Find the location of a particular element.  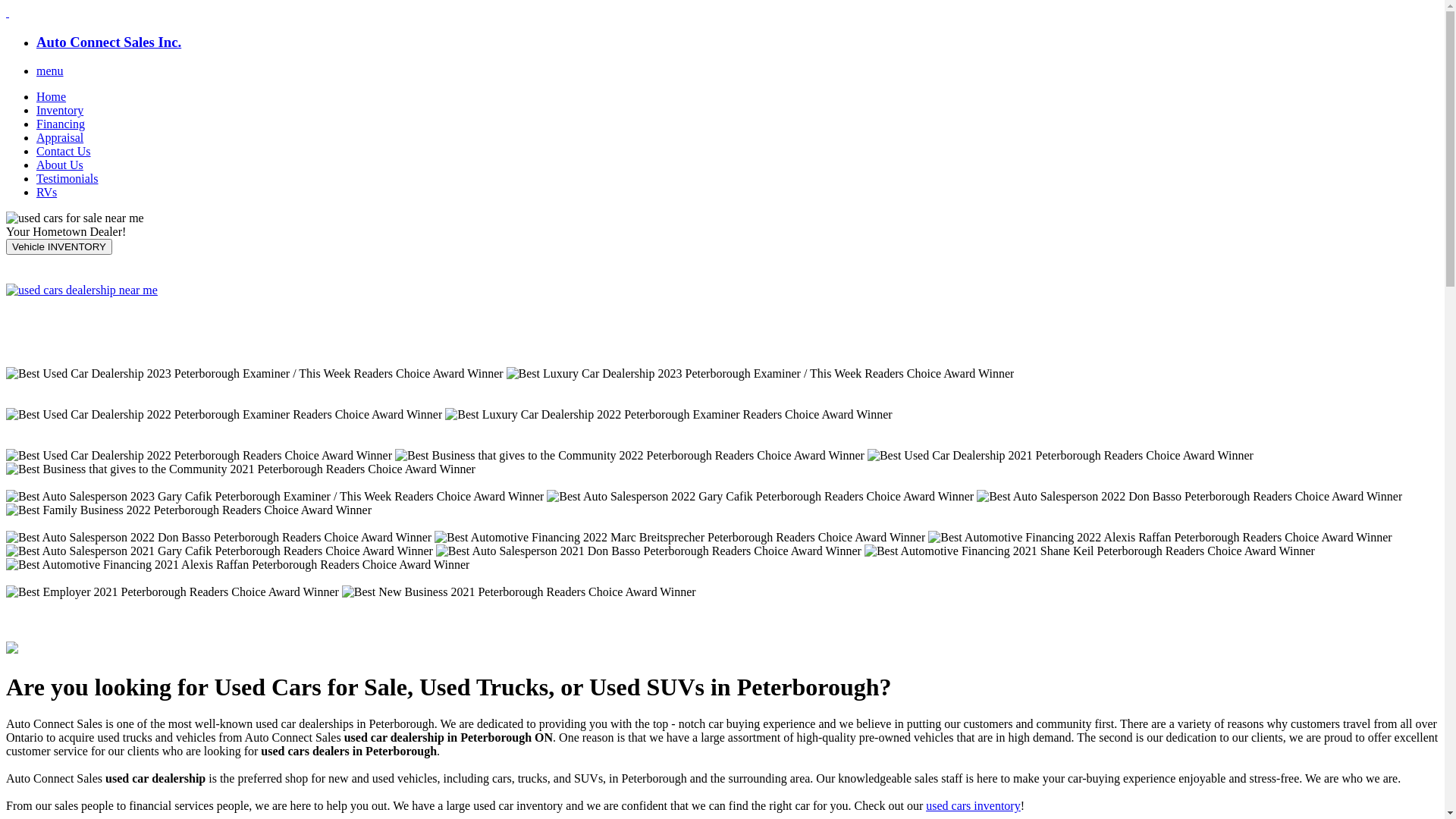

'Testimonials' is located at coordinates (67, 177).